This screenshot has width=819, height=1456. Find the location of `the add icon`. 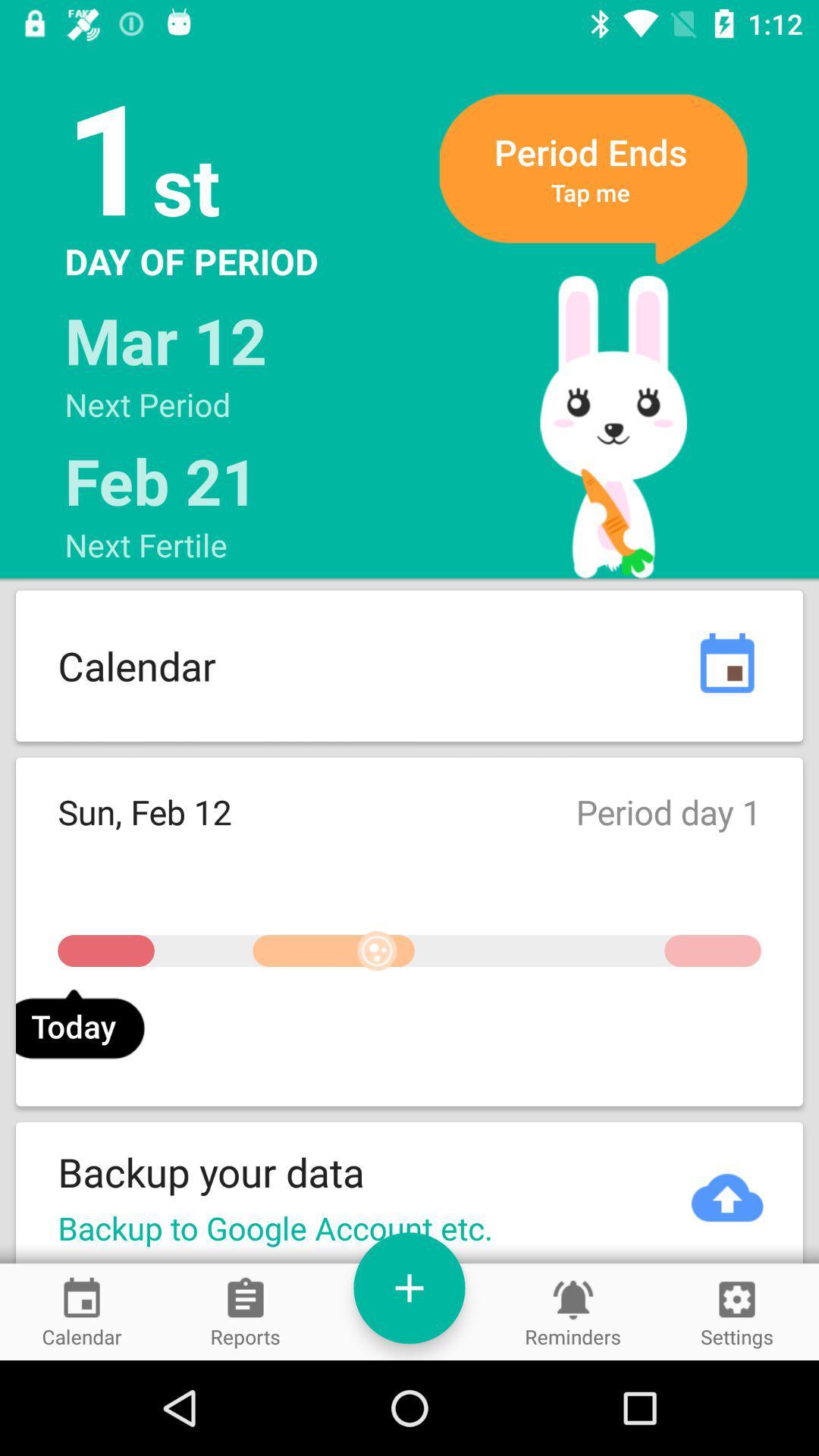

the add icon is located at coordinates (409, 1287).